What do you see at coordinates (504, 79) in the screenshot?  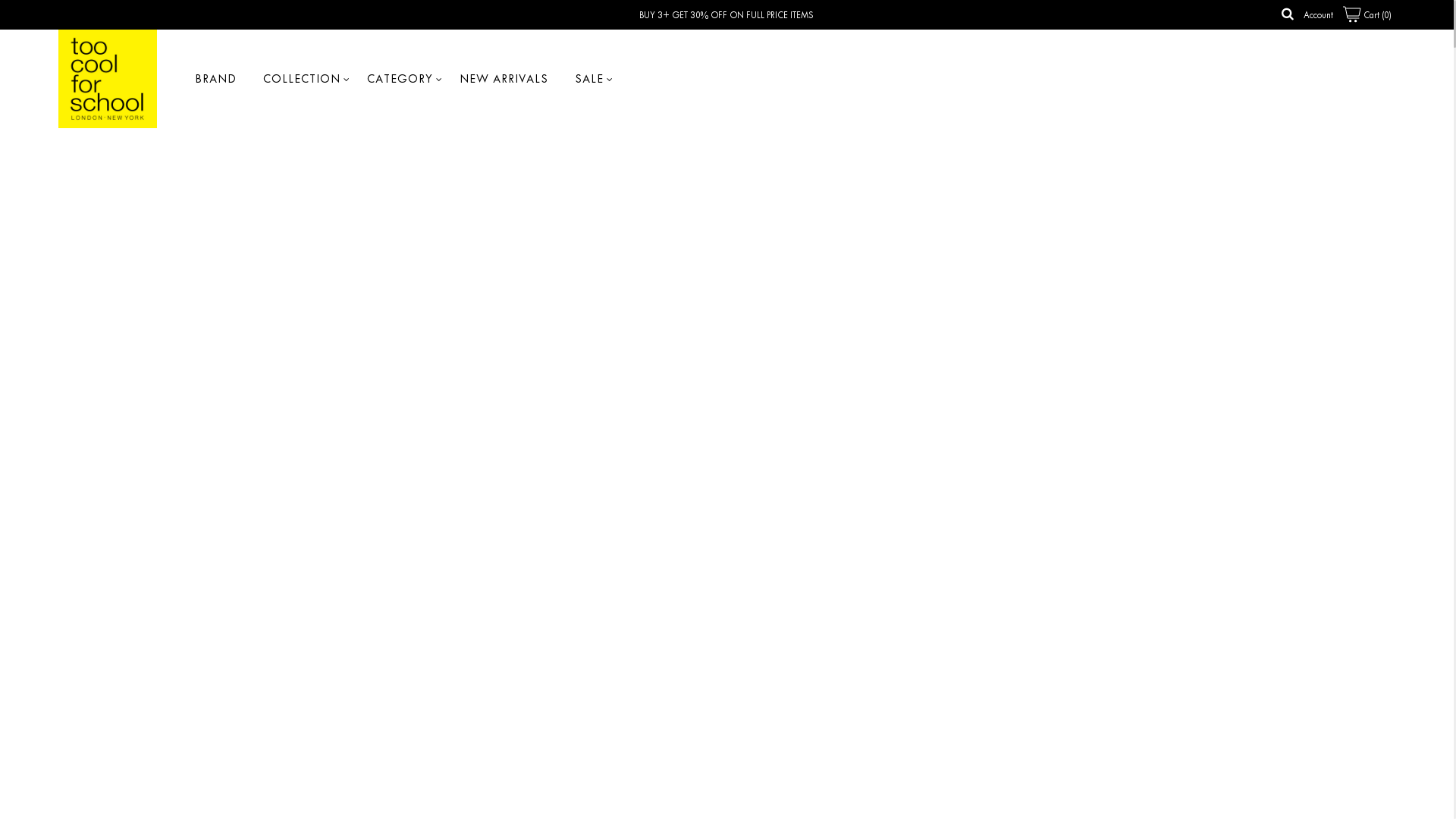 I see `'NEW ARRIVALS'` at bounding box center [504, 79].